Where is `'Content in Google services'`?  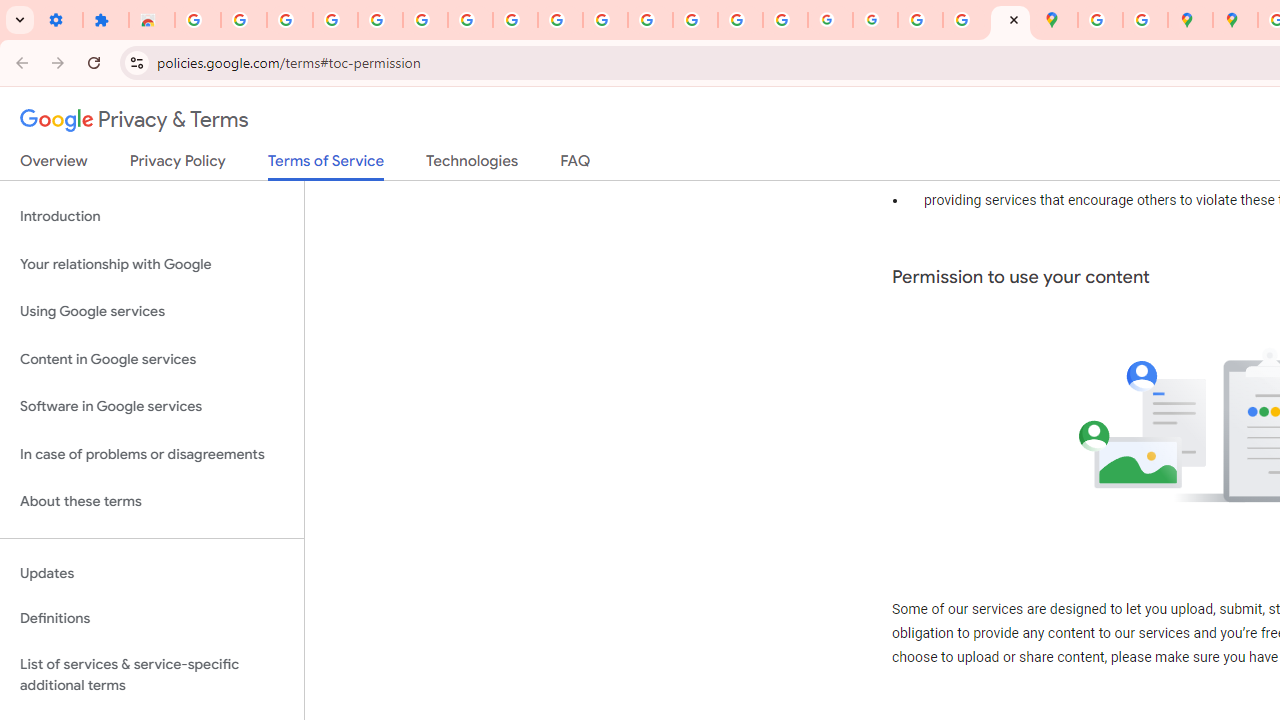
'Content in Google services' is located at coordinates (151, 358).